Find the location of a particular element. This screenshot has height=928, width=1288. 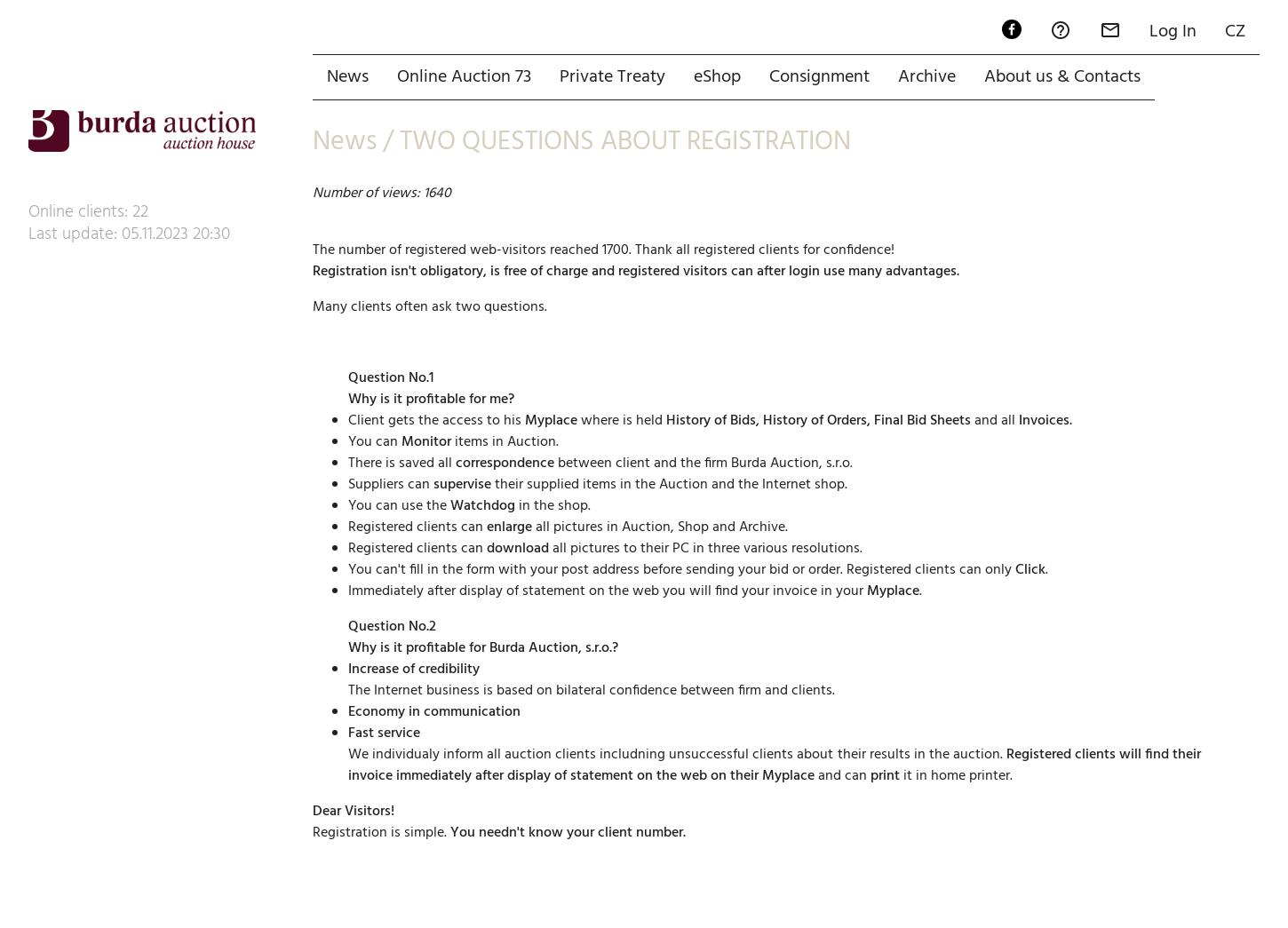

'and all' is located at coordinates (993, 356).